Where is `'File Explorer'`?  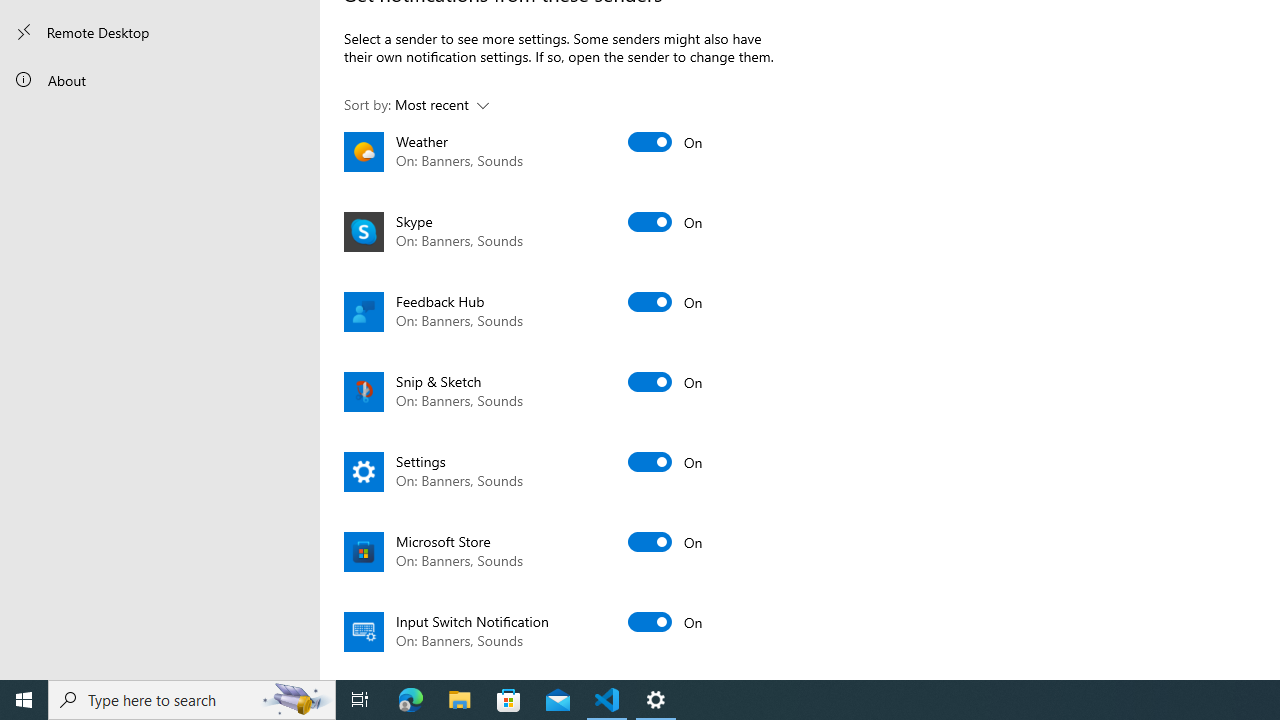 'File Explorer' is located at coordinates (459, 698).